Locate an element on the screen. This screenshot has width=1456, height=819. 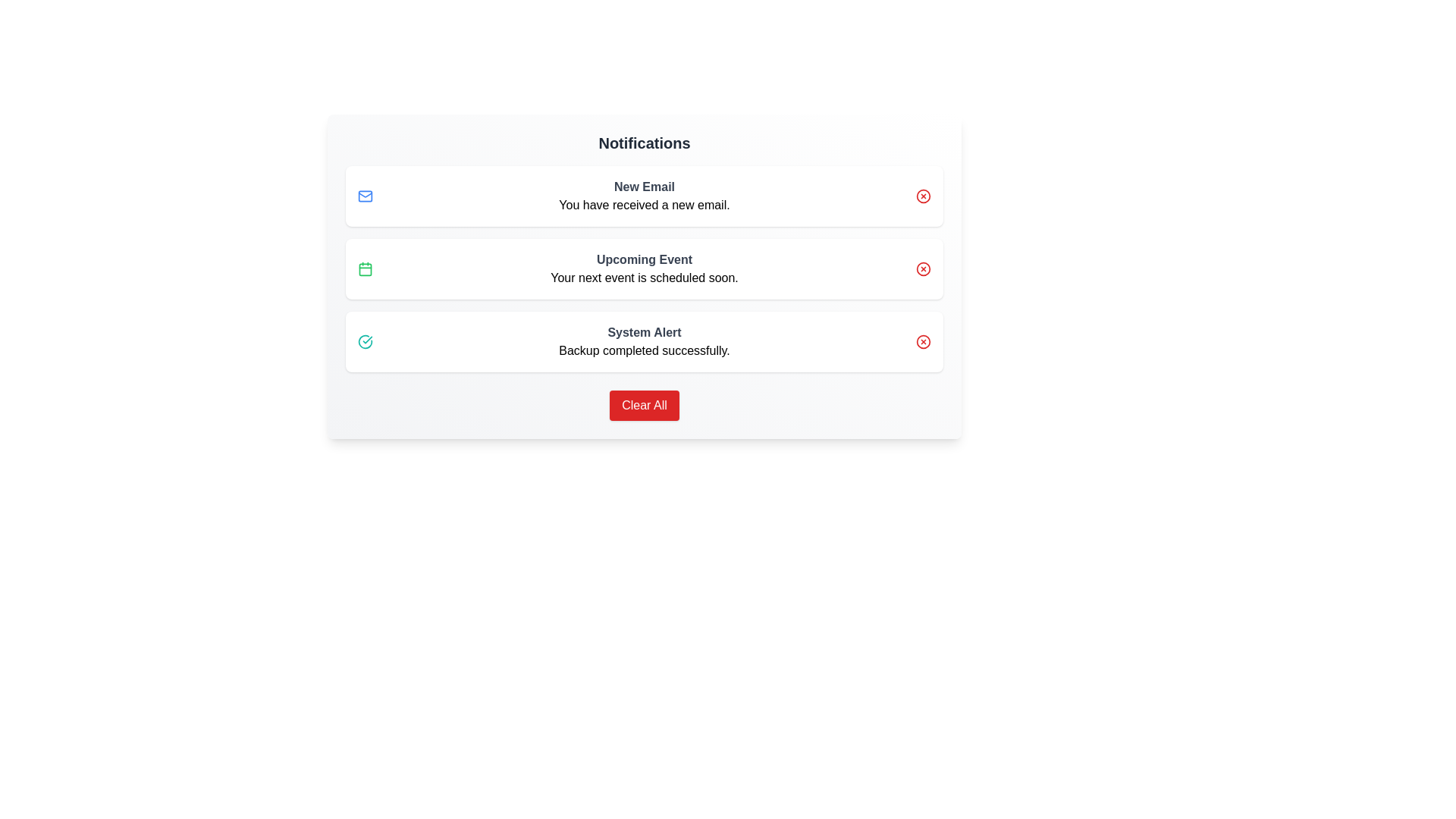
text label 'System Alert' which is displayed prominently in the third notification item, above the descriptive text 'Backup completed successfully' is located at coordinates (644, 332).